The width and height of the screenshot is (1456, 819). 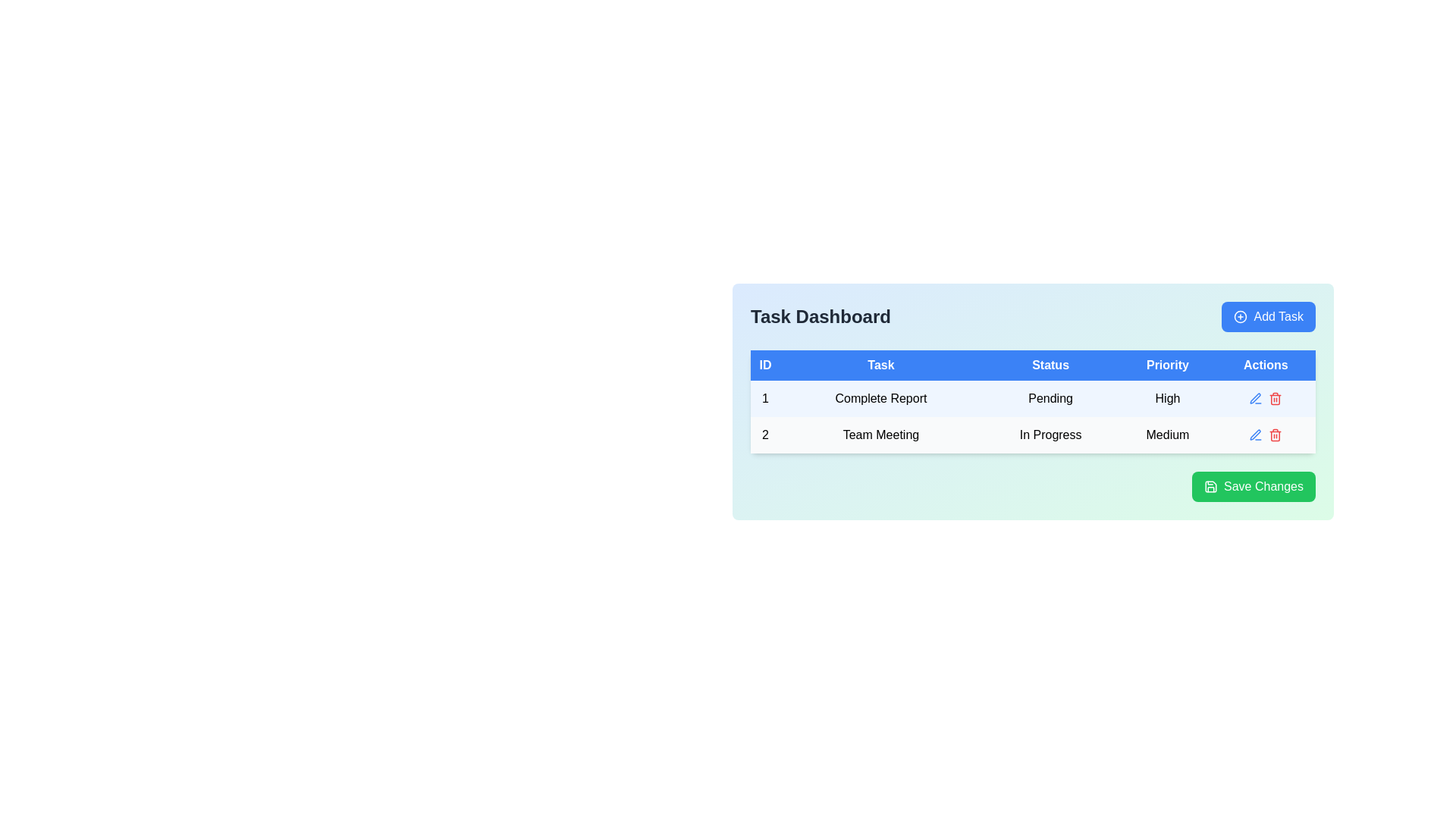 What do you see at coordinates (880, 366) in the screenshot?
I see `text content of the 'Task' column header in the table, which is the second column header located between the 'ID' and 'Status' headers` at bounding box center [880, 366].